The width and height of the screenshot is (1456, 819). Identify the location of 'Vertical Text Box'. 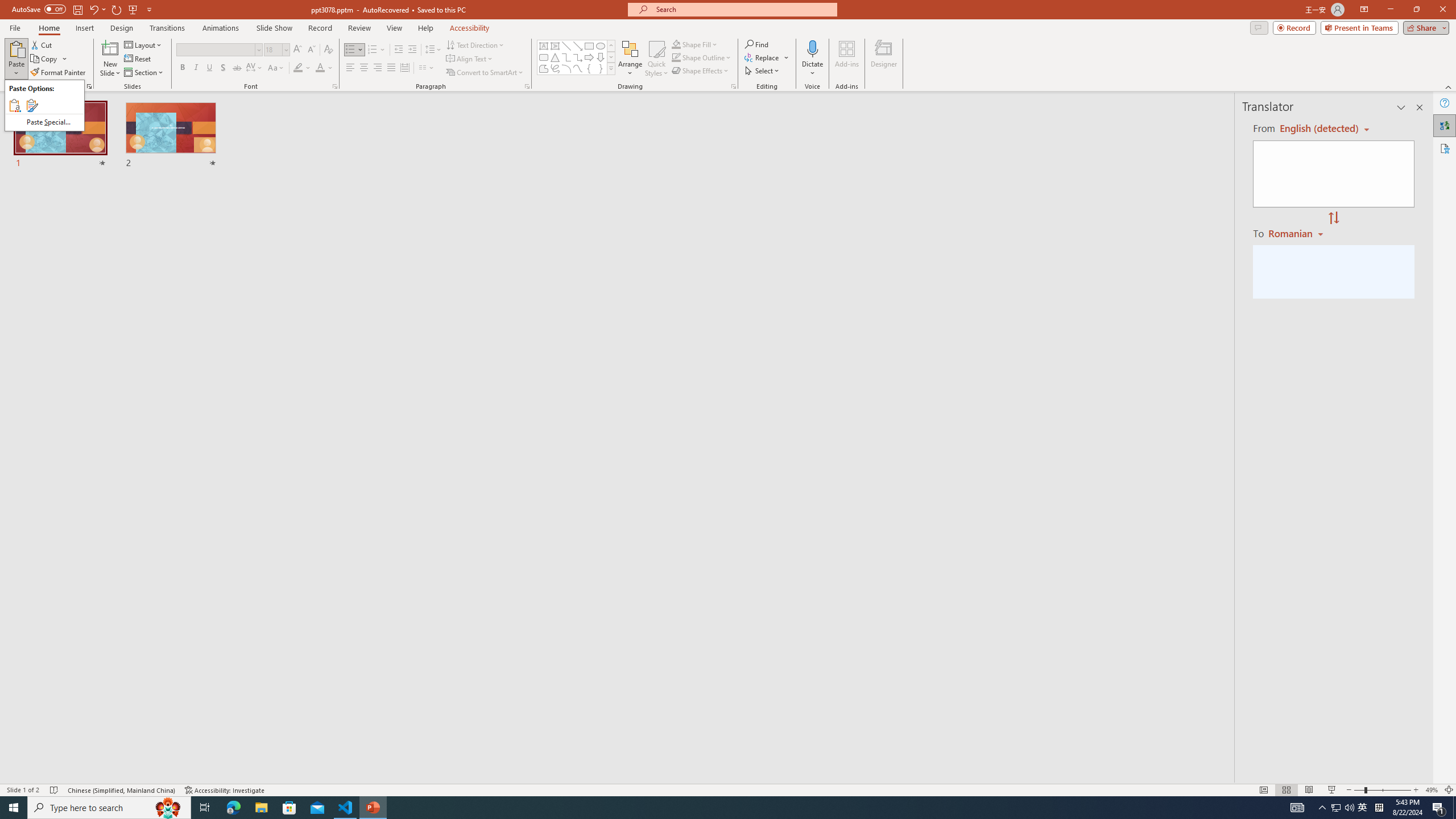
(554, 45).